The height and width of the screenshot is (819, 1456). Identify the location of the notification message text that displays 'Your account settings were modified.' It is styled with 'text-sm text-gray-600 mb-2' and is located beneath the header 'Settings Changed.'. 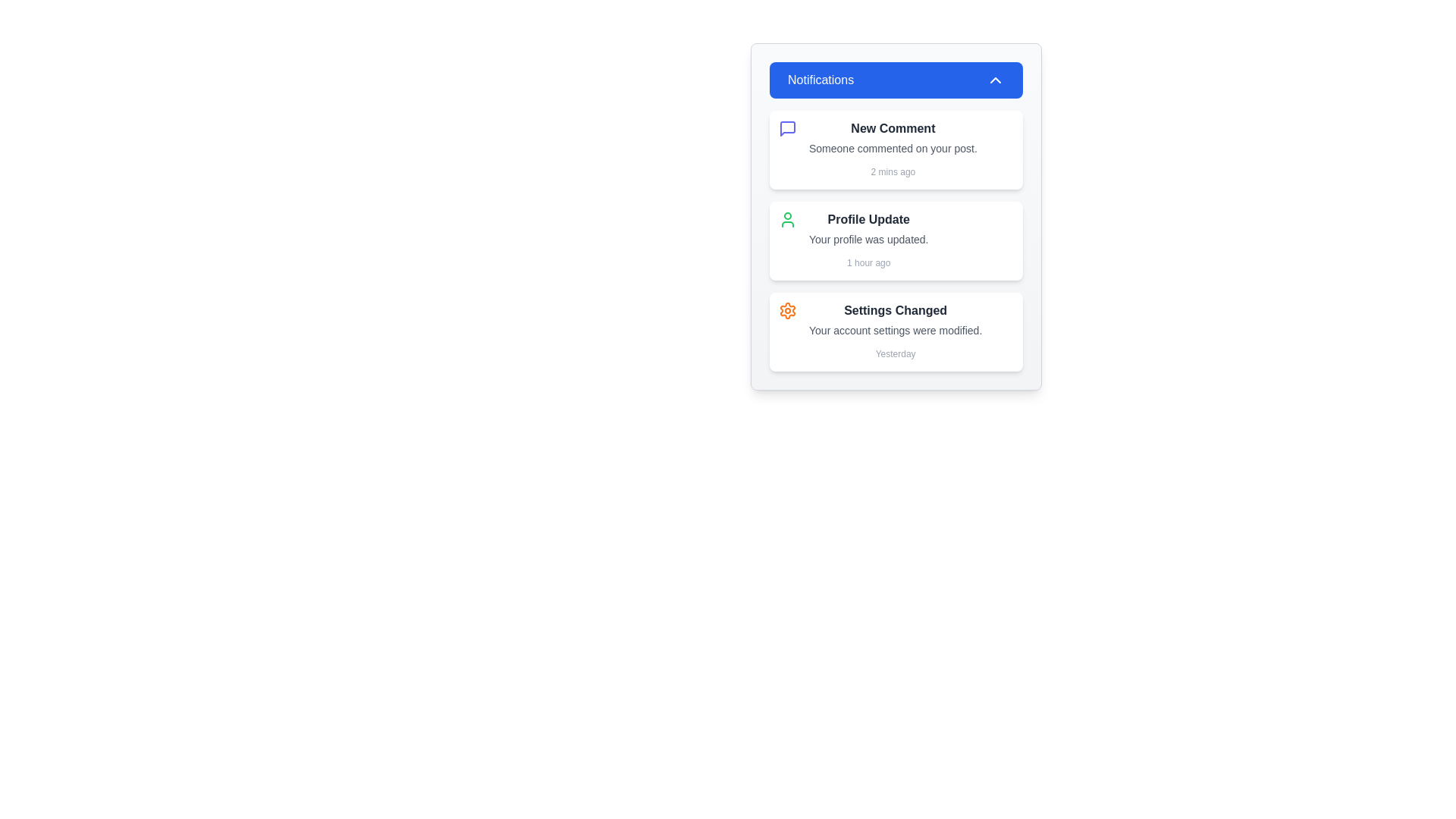
(896, 329).